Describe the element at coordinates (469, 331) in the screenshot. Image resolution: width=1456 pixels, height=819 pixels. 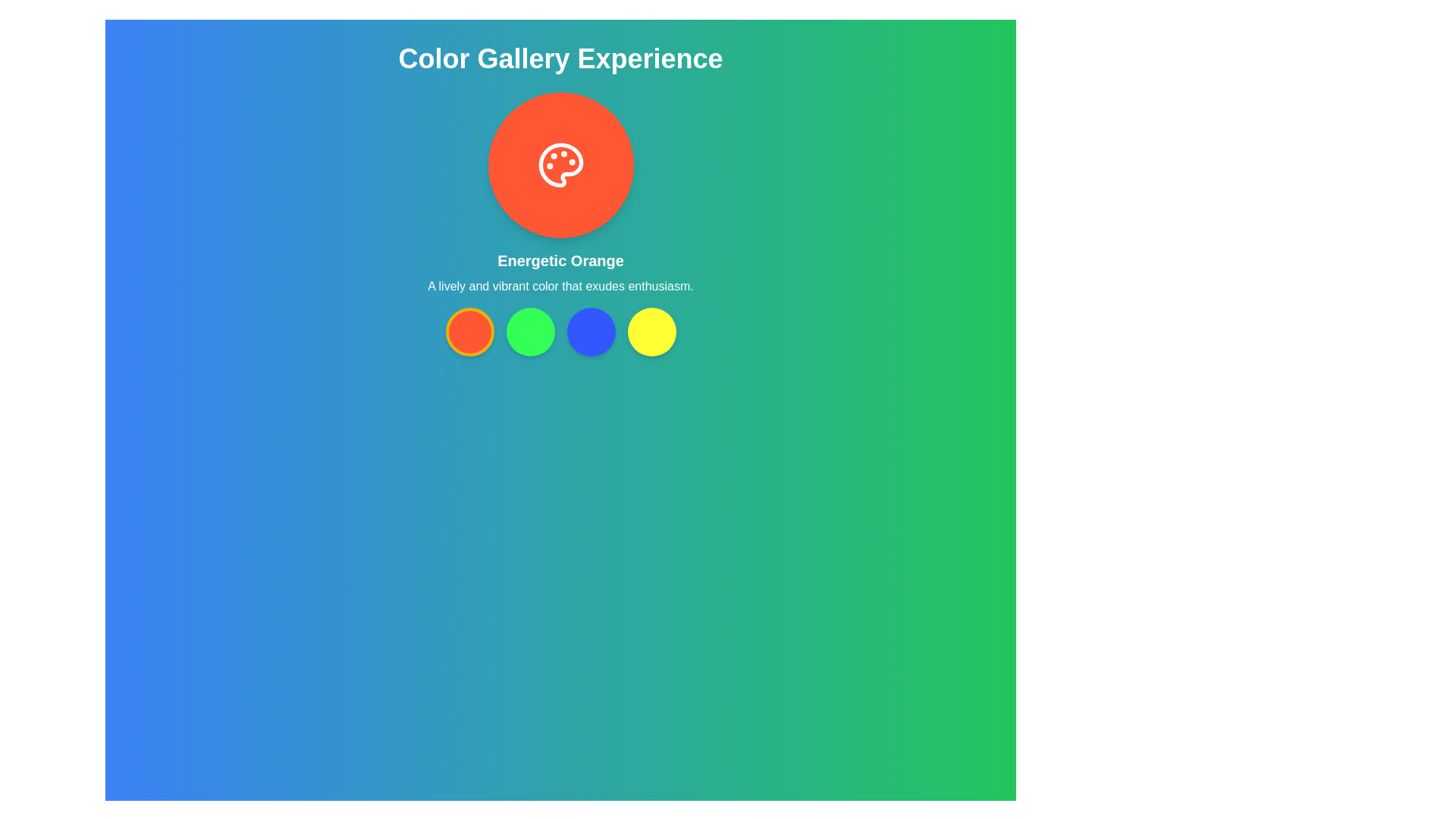
I see `the first circular button under the title 'Energetic Orange'` at that location.